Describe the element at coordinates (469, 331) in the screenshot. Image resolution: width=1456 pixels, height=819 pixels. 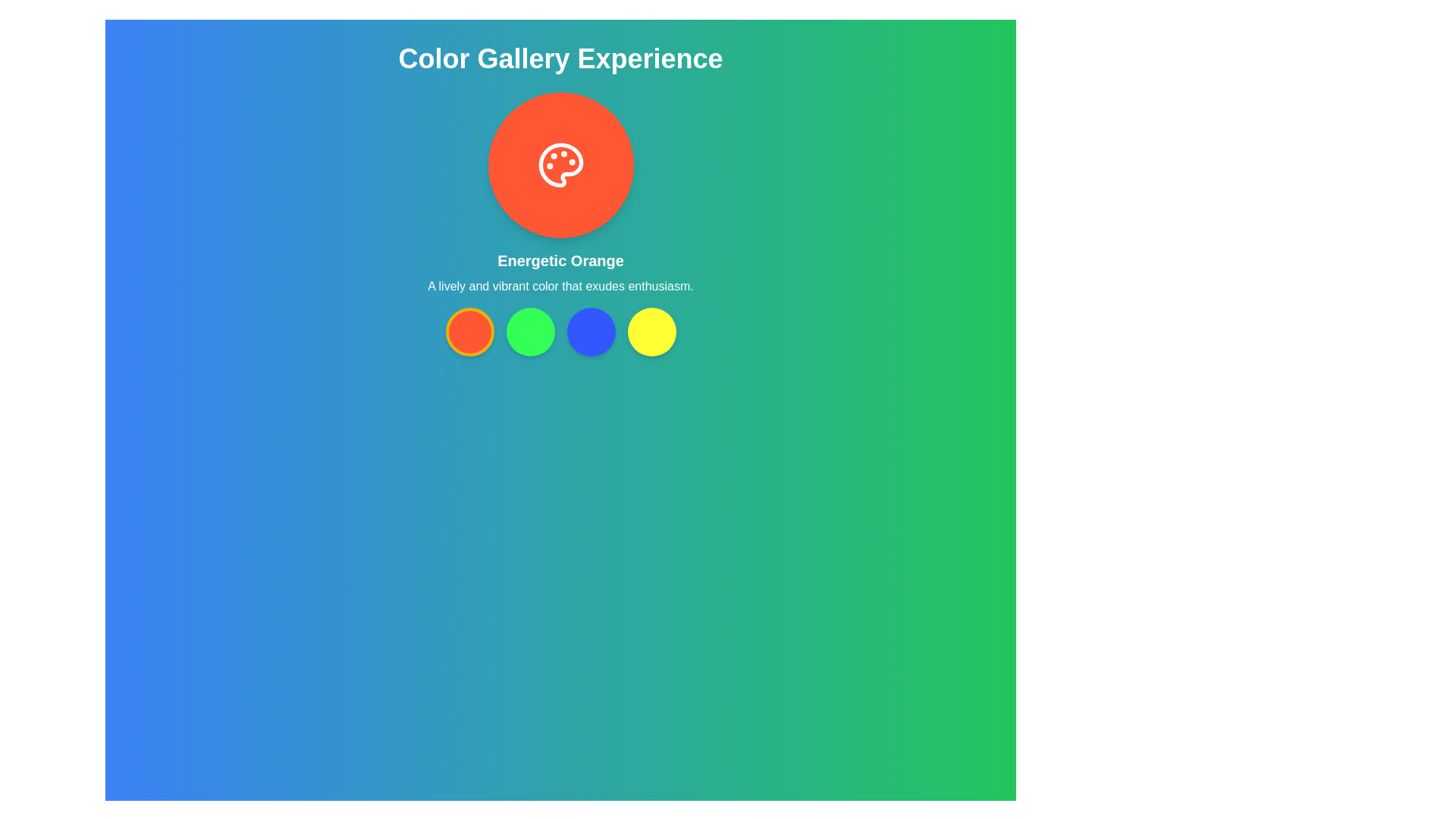
I see `the first circular button under the title 'Energetic Orange'` at that location.